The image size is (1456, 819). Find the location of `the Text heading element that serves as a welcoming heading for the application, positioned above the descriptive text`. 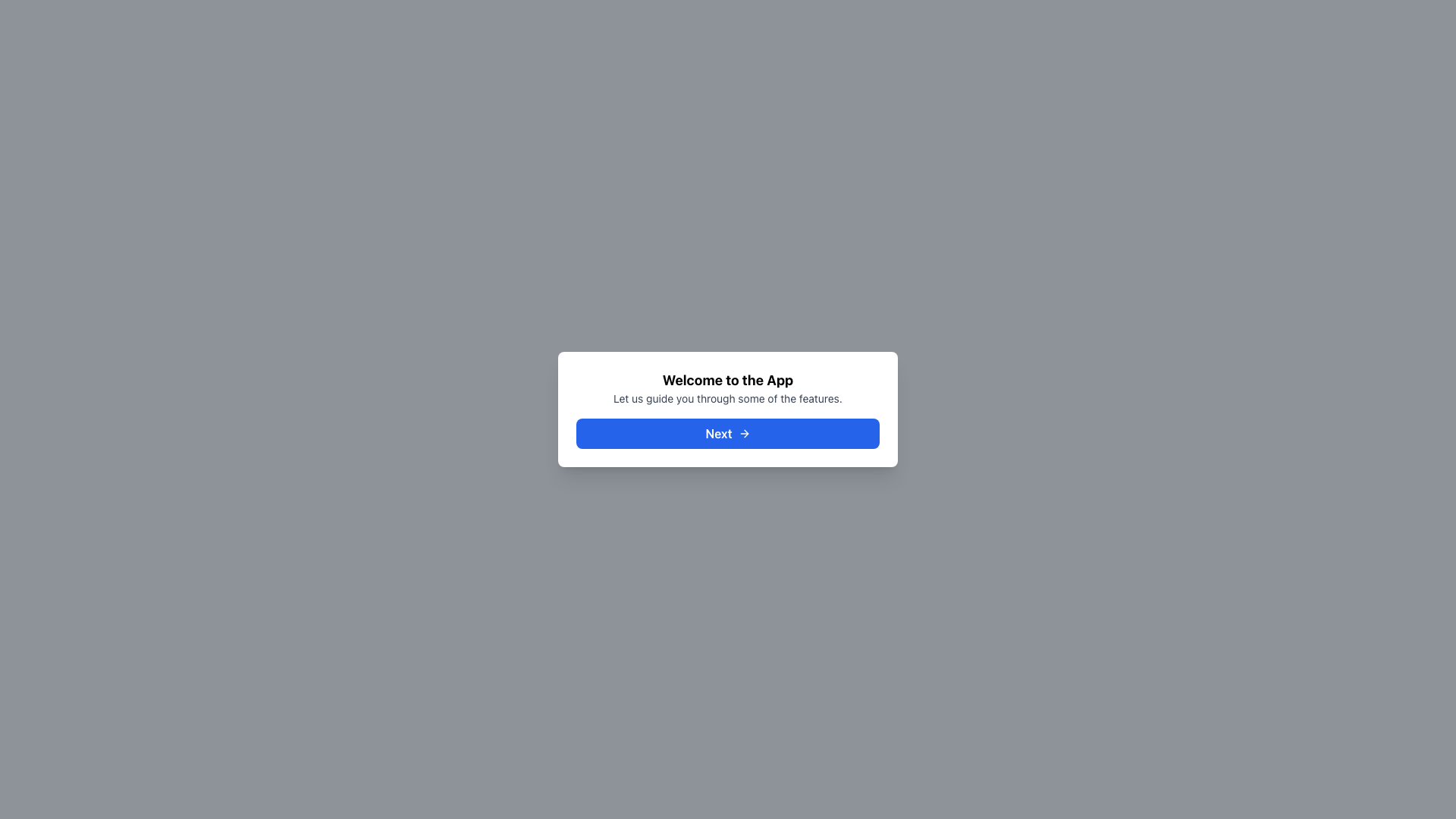

the Text heading element that serves as a welcoming heading for the application, positioned above the descriptive text is located at coordinates (728, 379).